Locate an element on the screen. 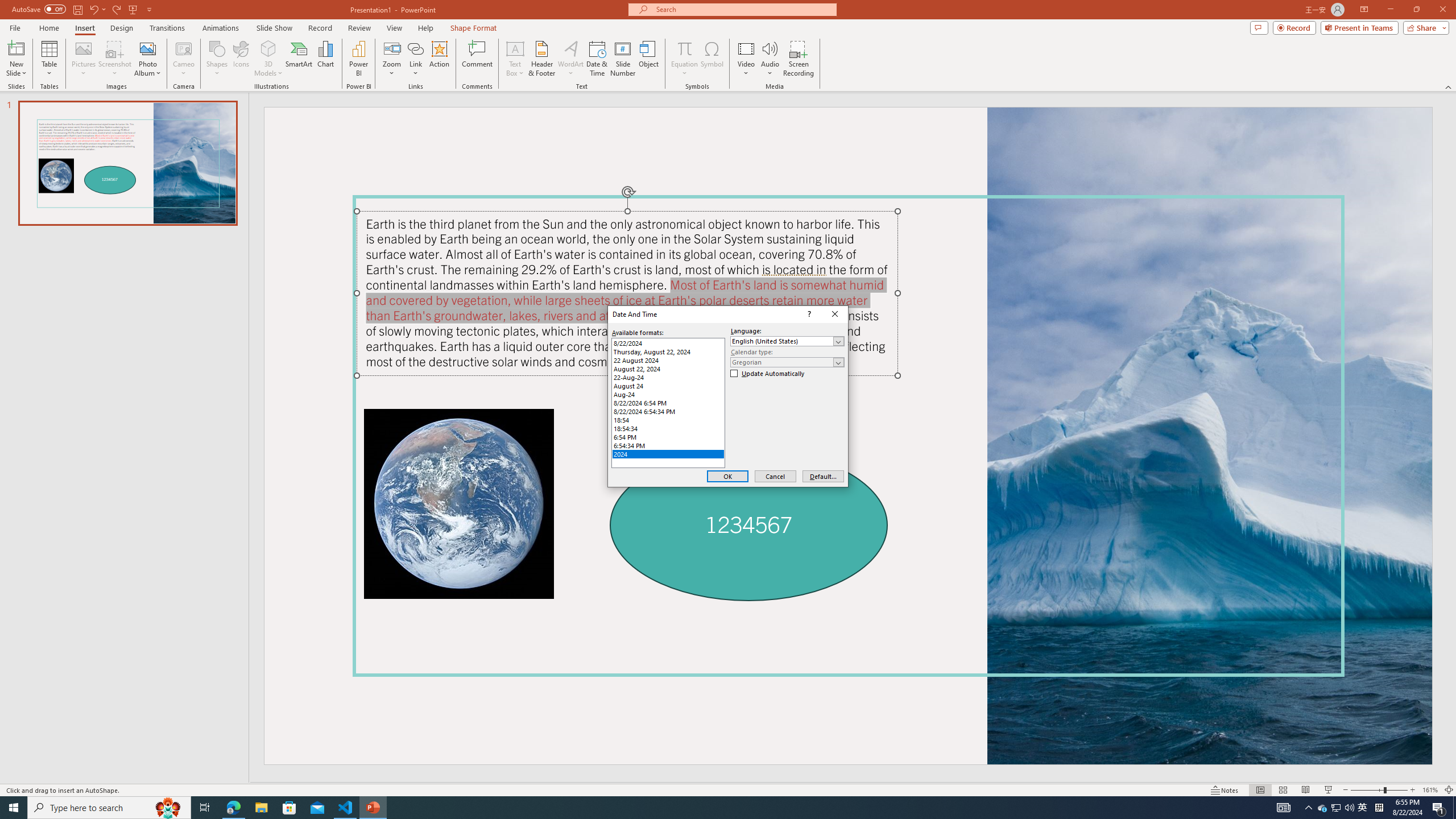 Image resolution: width=1456 pixels, height=819 pixels. 'Aug-24' is located at coordinates (668, 394).